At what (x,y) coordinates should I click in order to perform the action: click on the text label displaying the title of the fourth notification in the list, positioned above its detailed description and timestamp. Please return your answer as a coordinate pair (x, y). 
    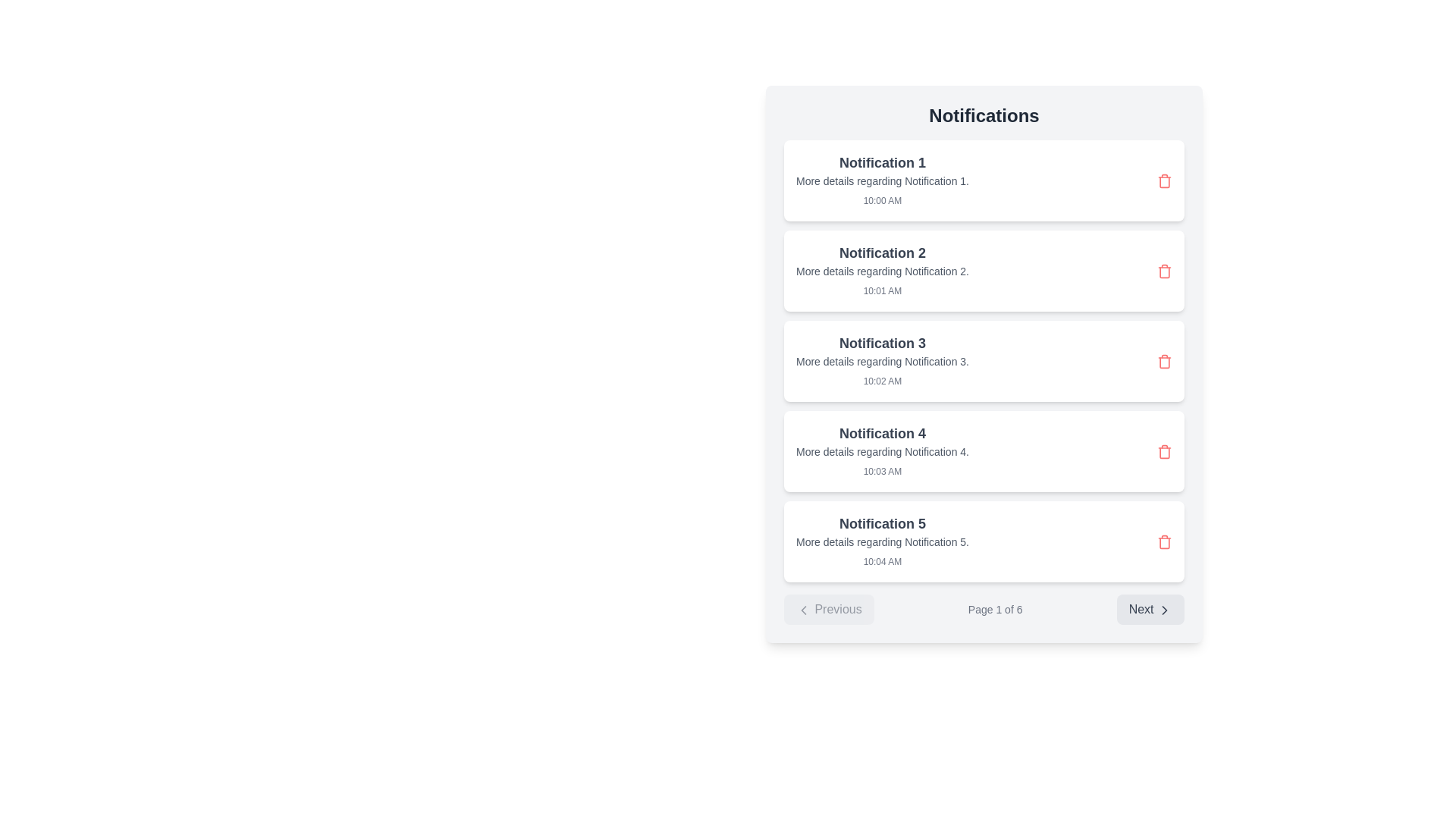
    Looking at the image, I should click on (883, 433).